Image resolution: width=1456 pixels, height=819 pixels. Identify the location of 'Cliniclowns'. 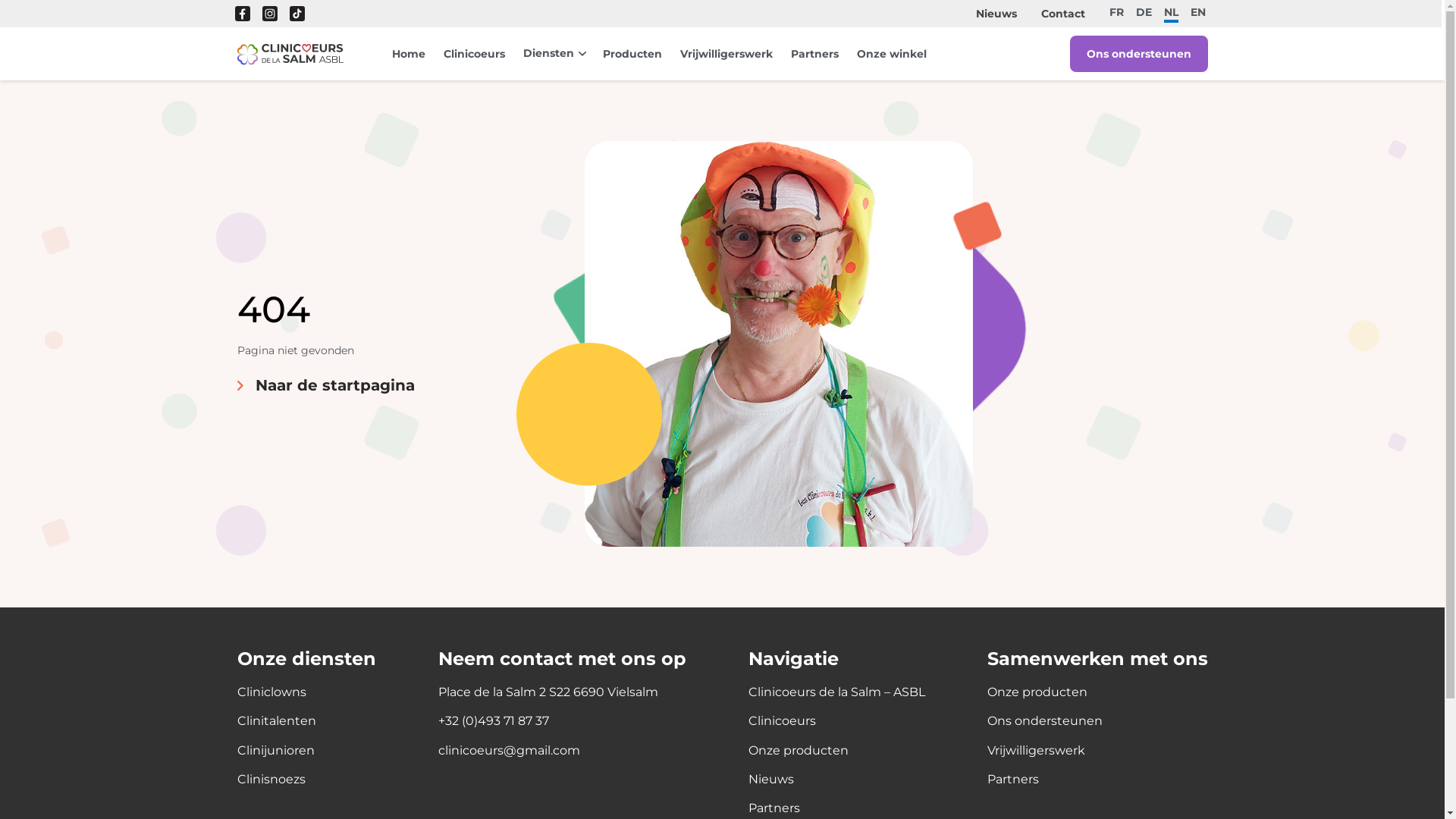
(236, 692).